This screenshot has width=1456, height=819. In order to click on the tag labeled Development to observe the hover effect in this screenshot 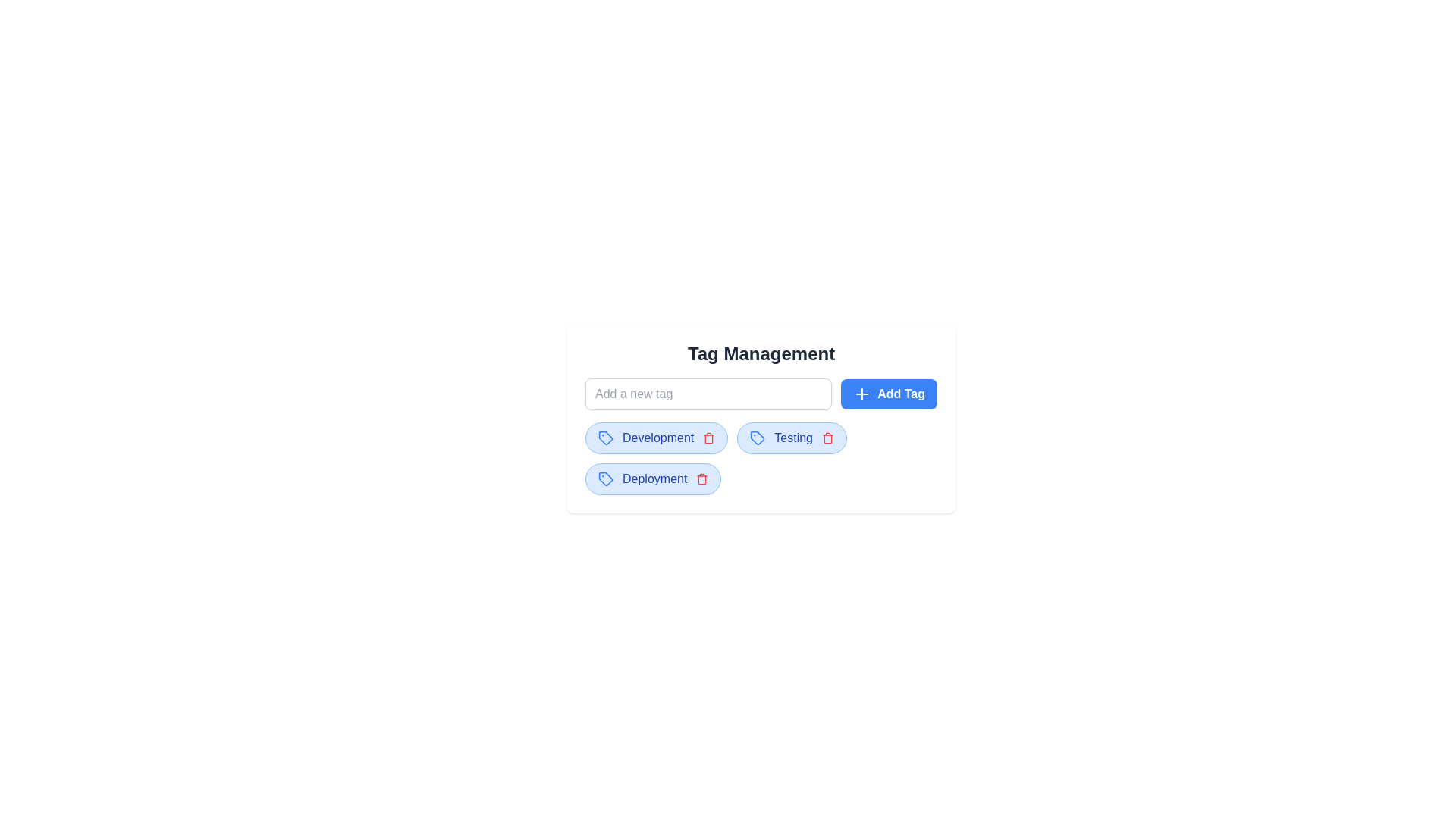, I will do `click(656, 438)`.